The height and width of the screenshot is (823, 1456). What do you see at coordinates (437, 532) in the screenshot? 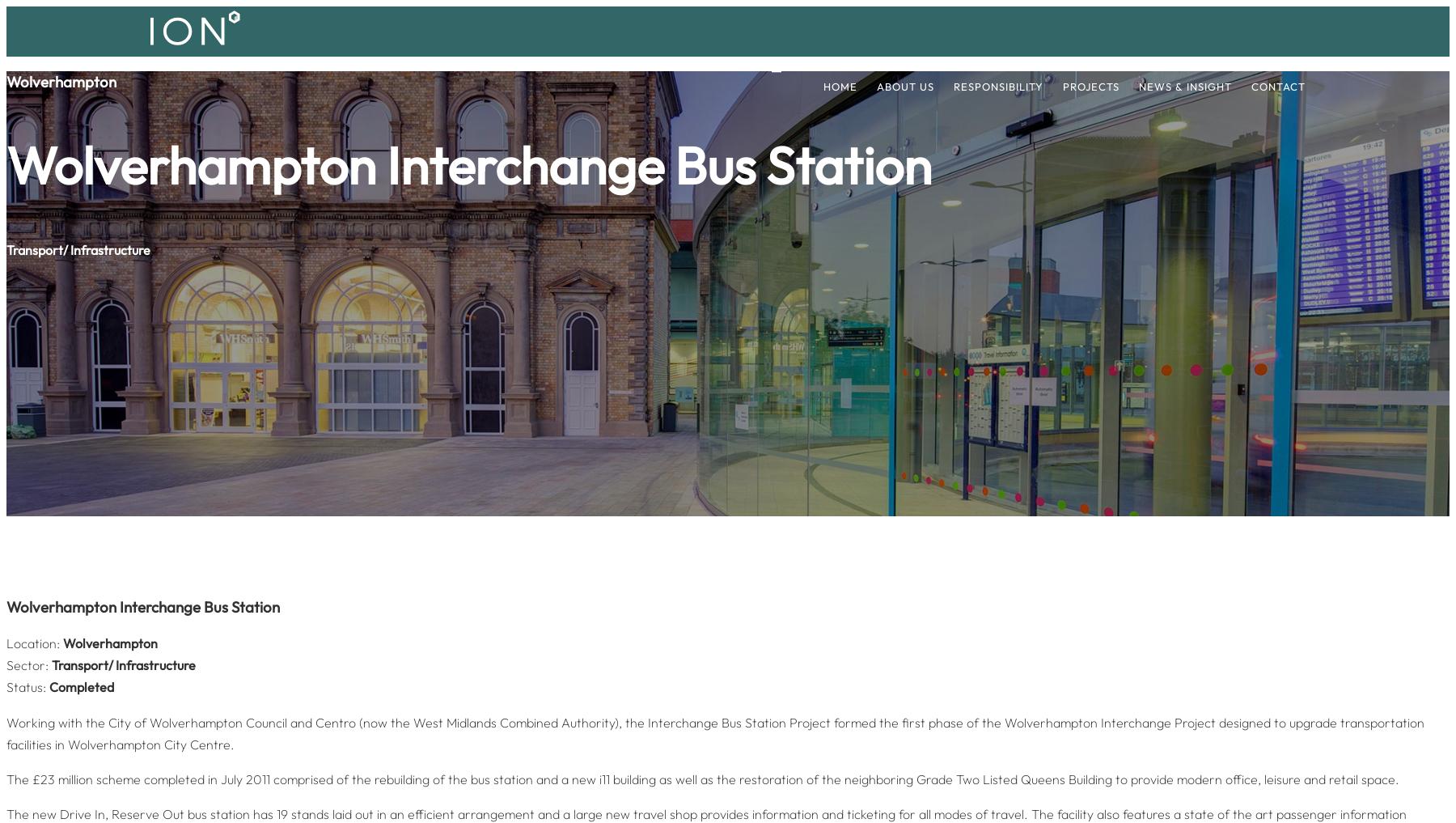
I see `'Quality Policy'` at bounding box center [437, 532].